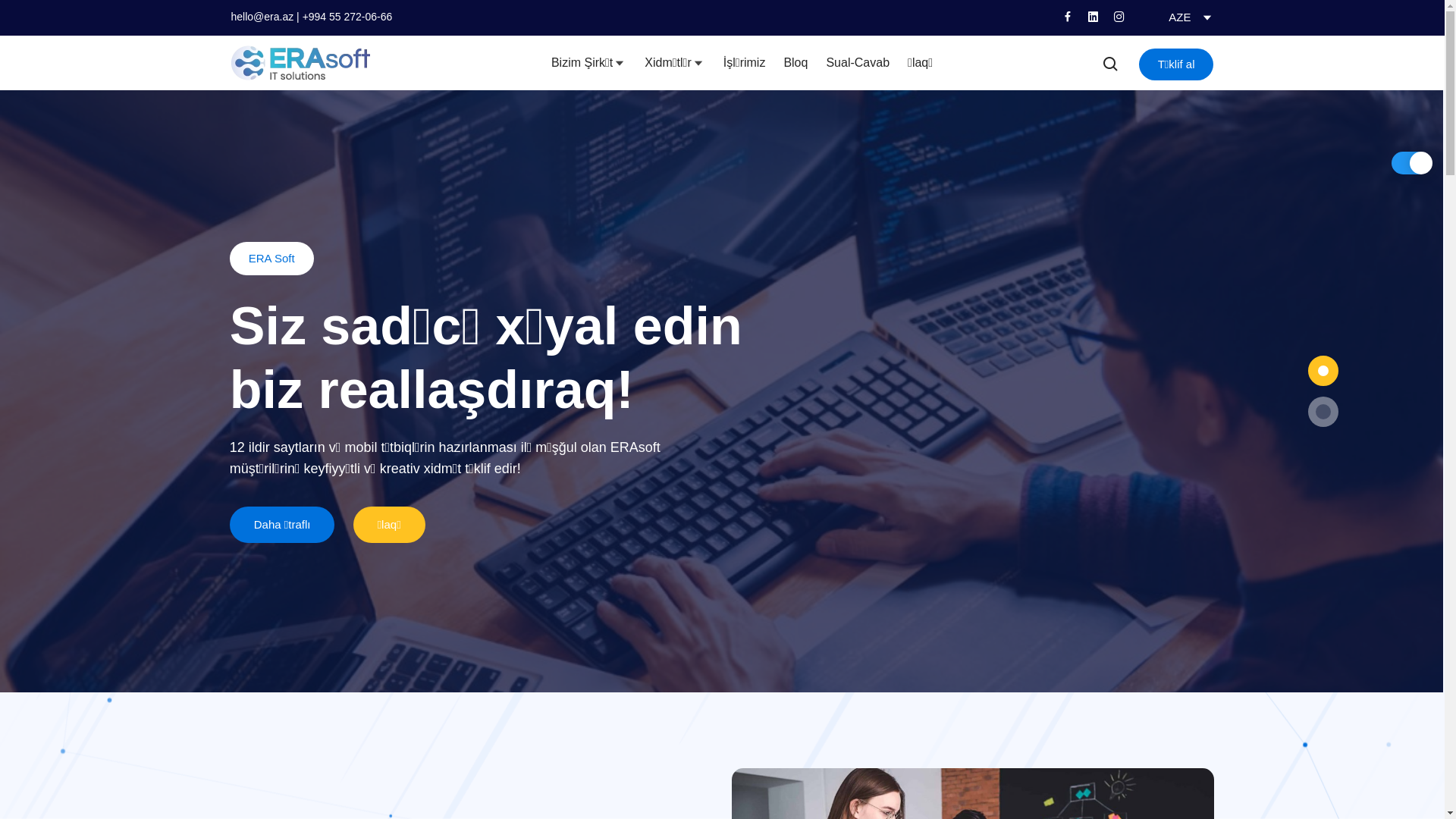  I want to click on '+994 55 272-06-66', so click(347, 17).